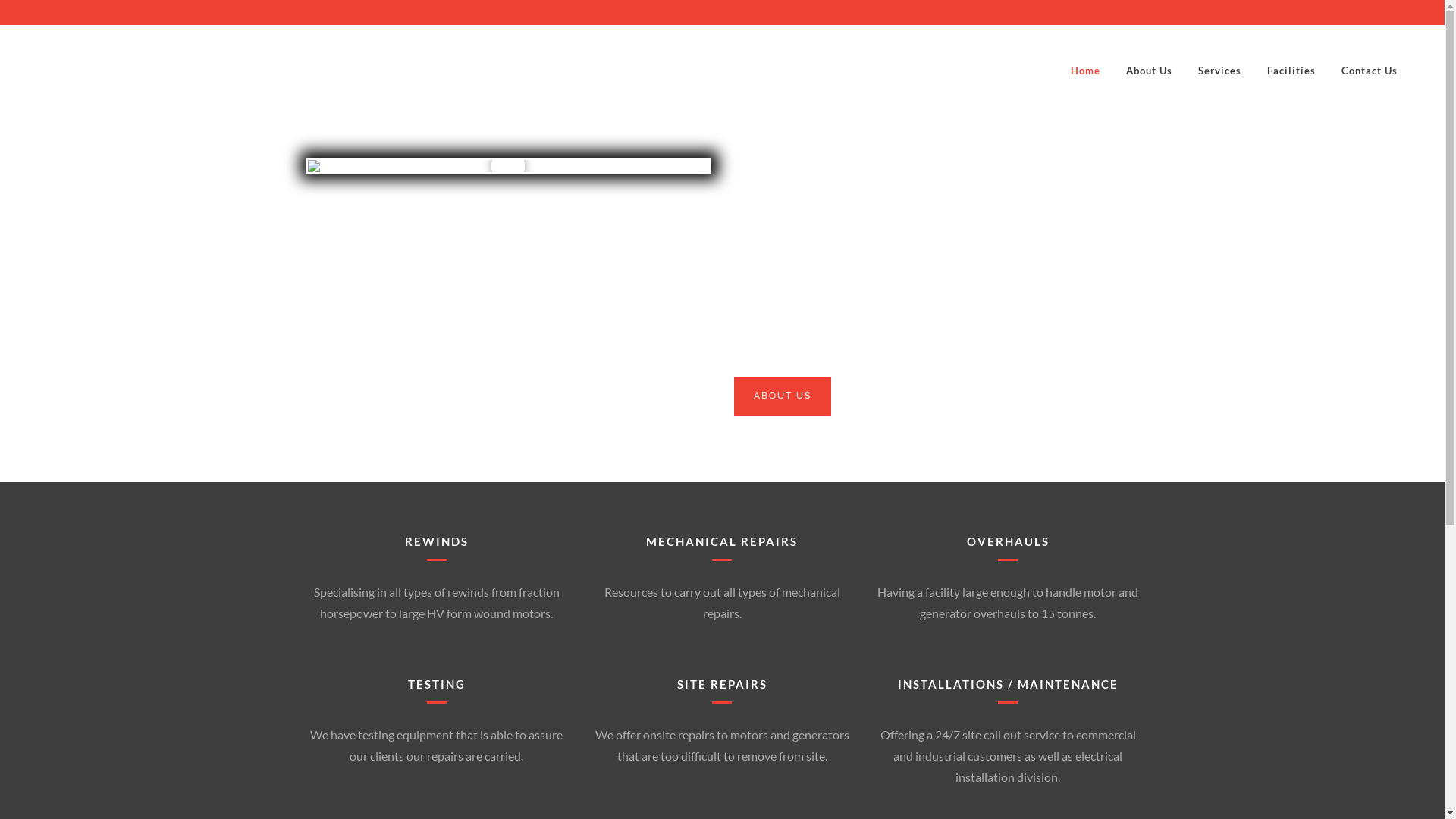 This screenshot has width=1456, height=819. What do you see at coordinates (1254, 70) in the screenshot?
I see `'Facilities'` at bounding box center [1254, 70].